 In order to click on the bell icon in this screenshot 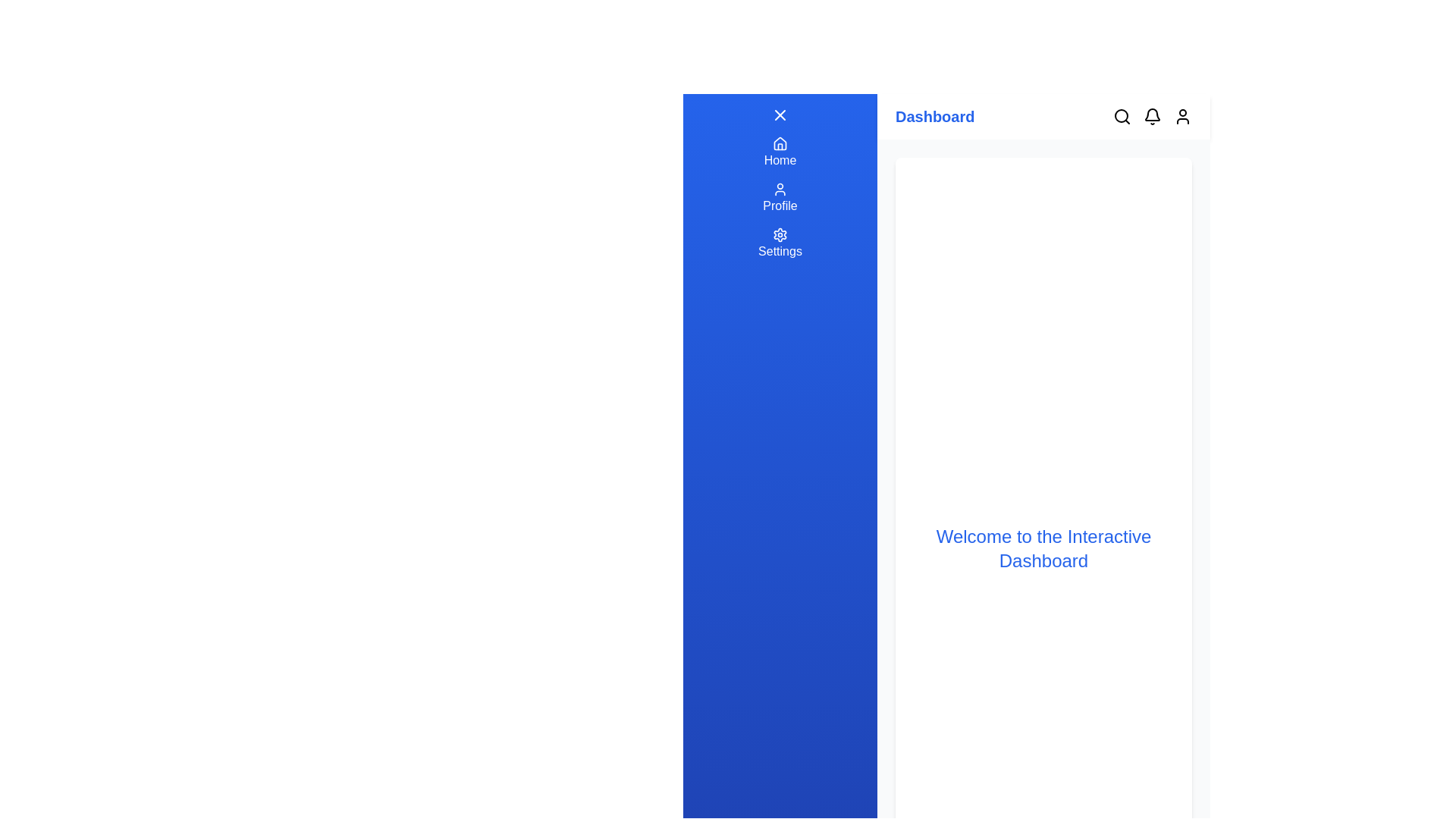, I will do `click(1153, 113)`.